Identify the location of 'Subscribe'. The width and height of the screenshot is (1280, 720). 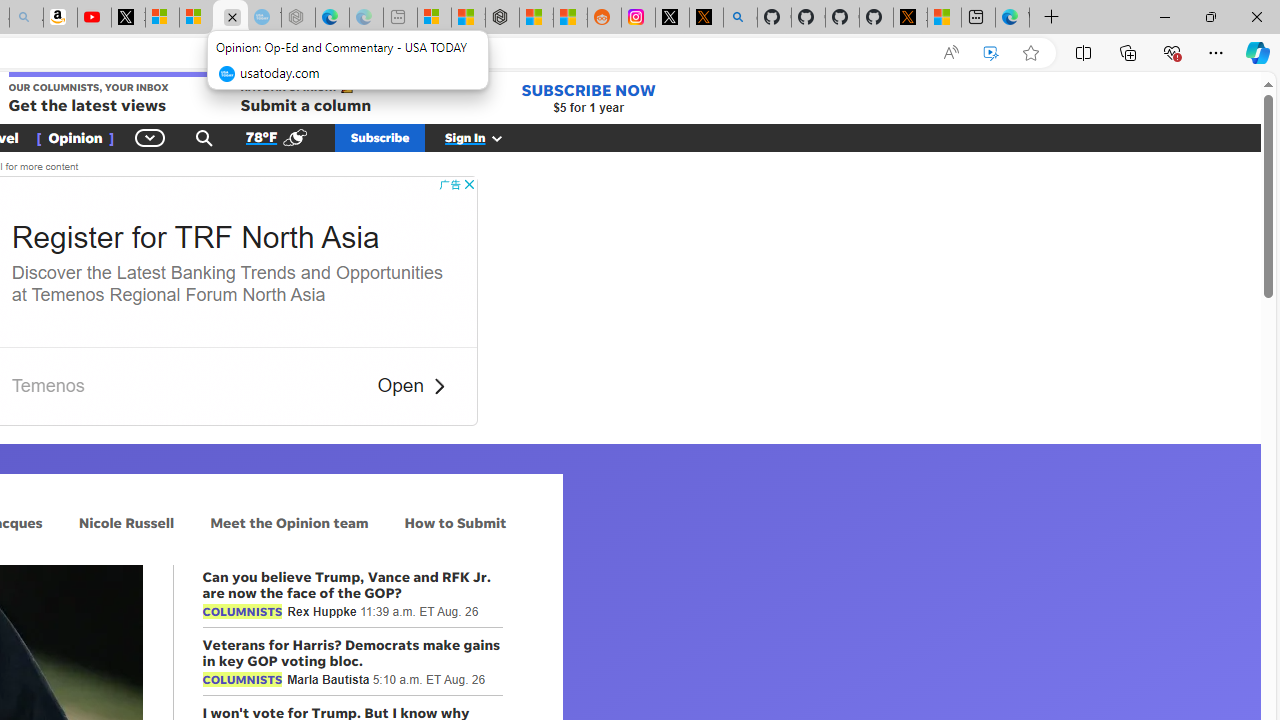
(380, 136).